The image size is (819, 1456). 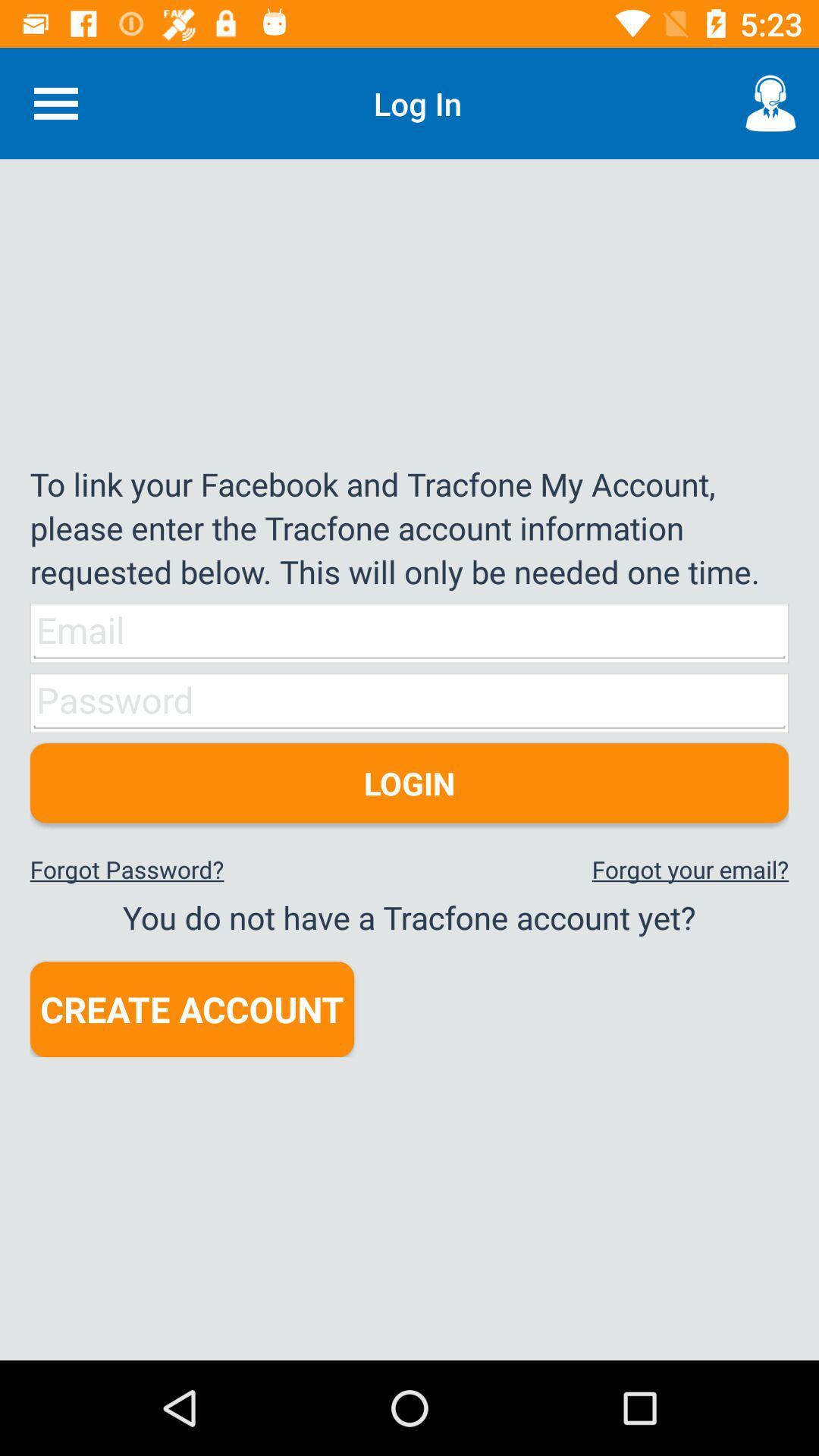 I want to click on create account at the bottom left corner, so click(x=191, y=1009).